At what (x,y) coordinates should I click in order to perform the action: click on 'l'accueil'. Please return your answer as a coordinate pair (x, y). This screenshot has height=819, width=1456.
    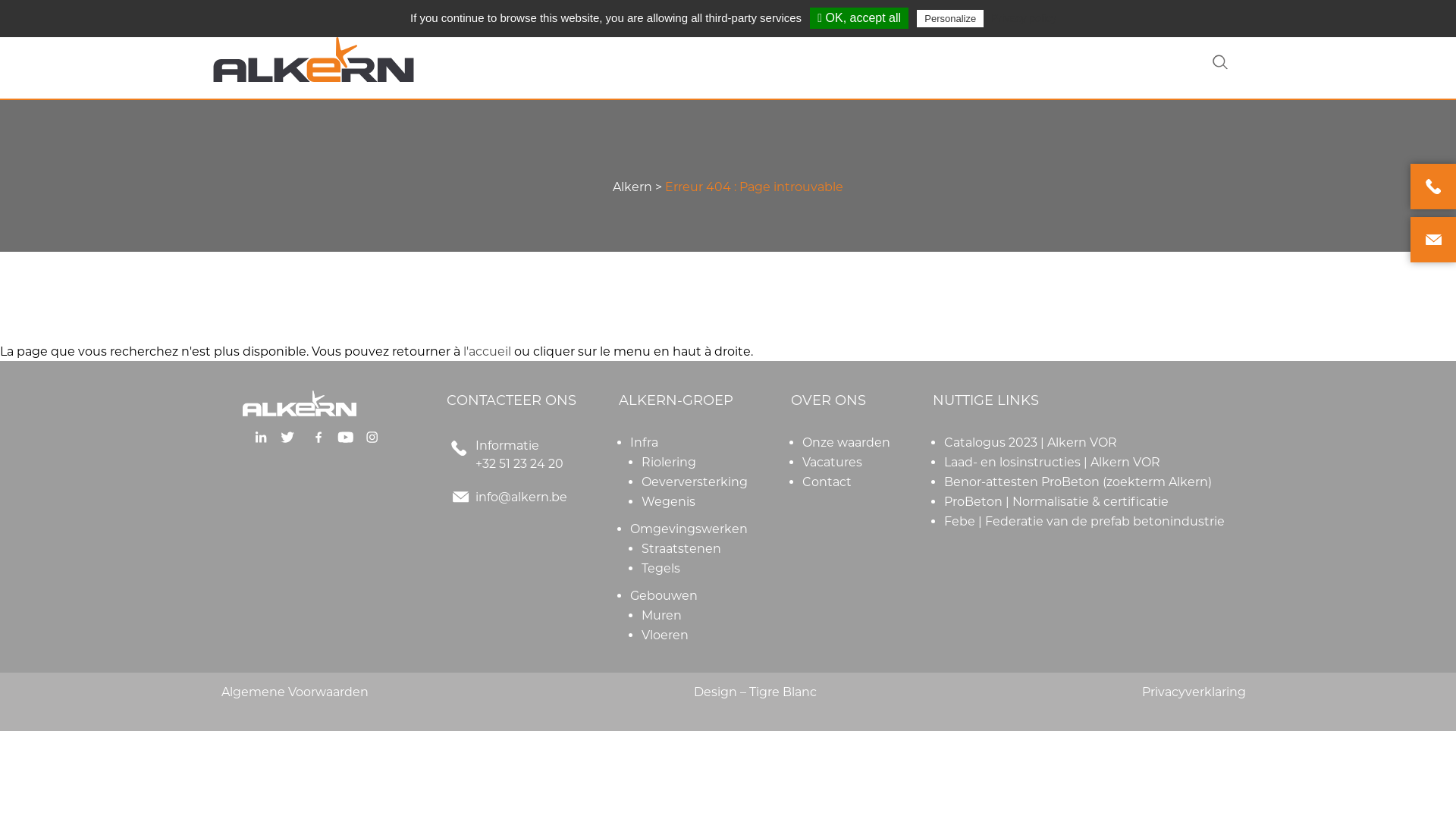
    Looking at the image, I should click on (487, 351).